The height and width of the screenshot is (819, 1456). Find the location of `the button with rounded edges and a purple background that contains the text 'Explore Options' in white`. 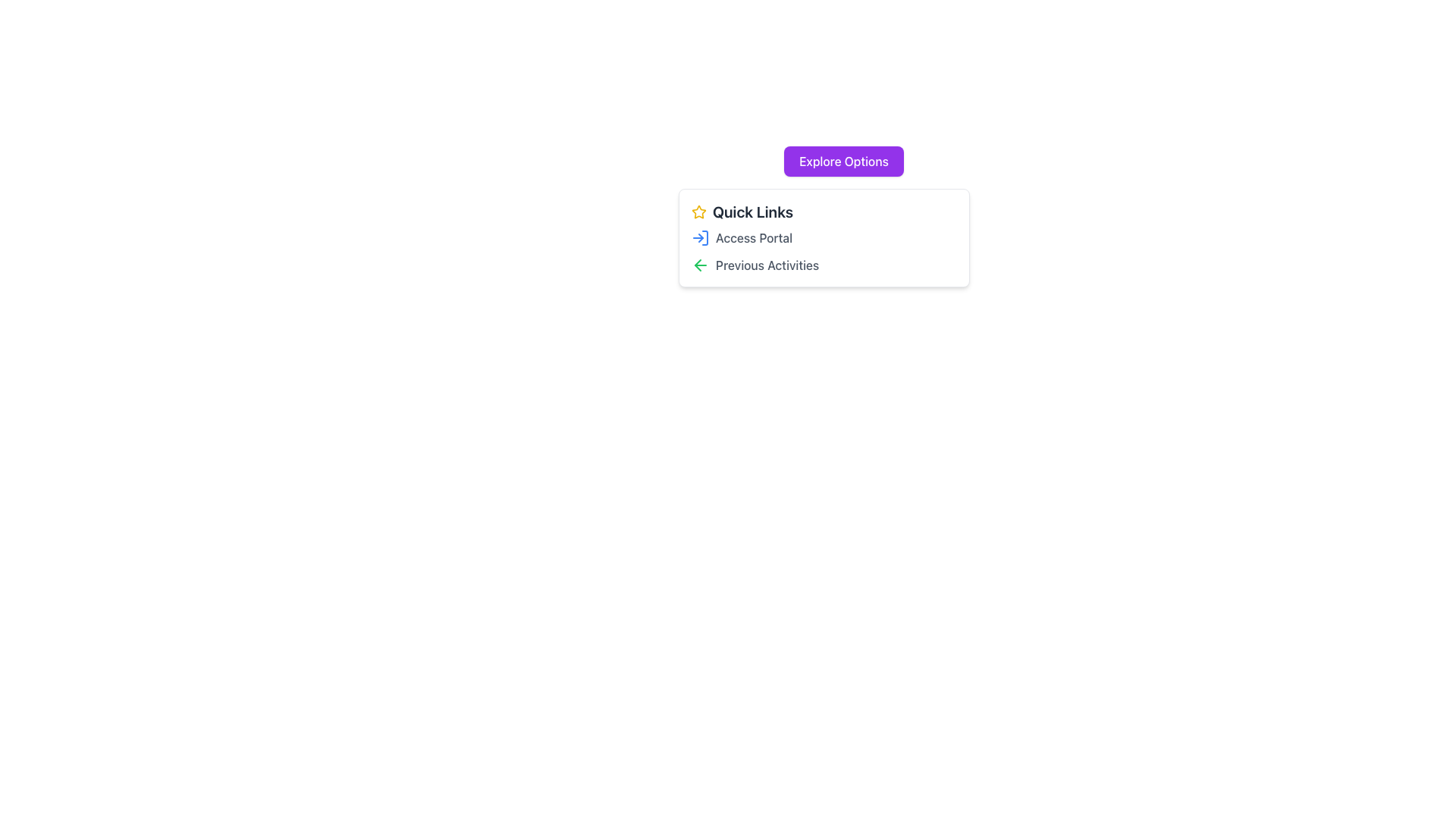

the button with rounded edges and a purple background that contains the text 'Explore Options' in white is located at coordinates (843, 161).